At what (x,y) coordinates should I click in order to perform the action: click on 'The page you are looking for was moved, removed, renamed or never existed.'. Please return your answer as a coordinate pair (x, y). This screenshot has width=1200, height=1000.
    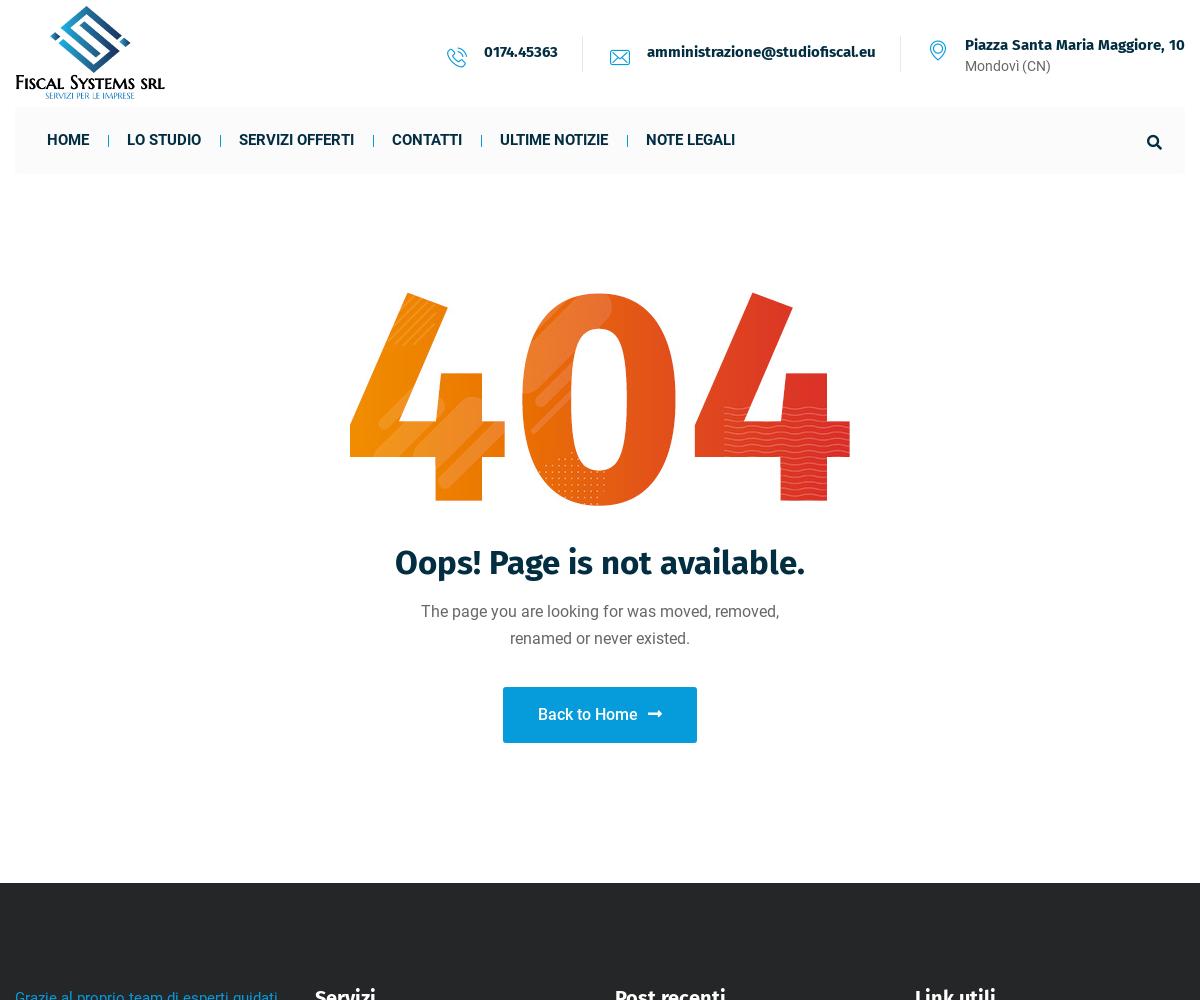
    Looking at the image, I should click on (600, 625).